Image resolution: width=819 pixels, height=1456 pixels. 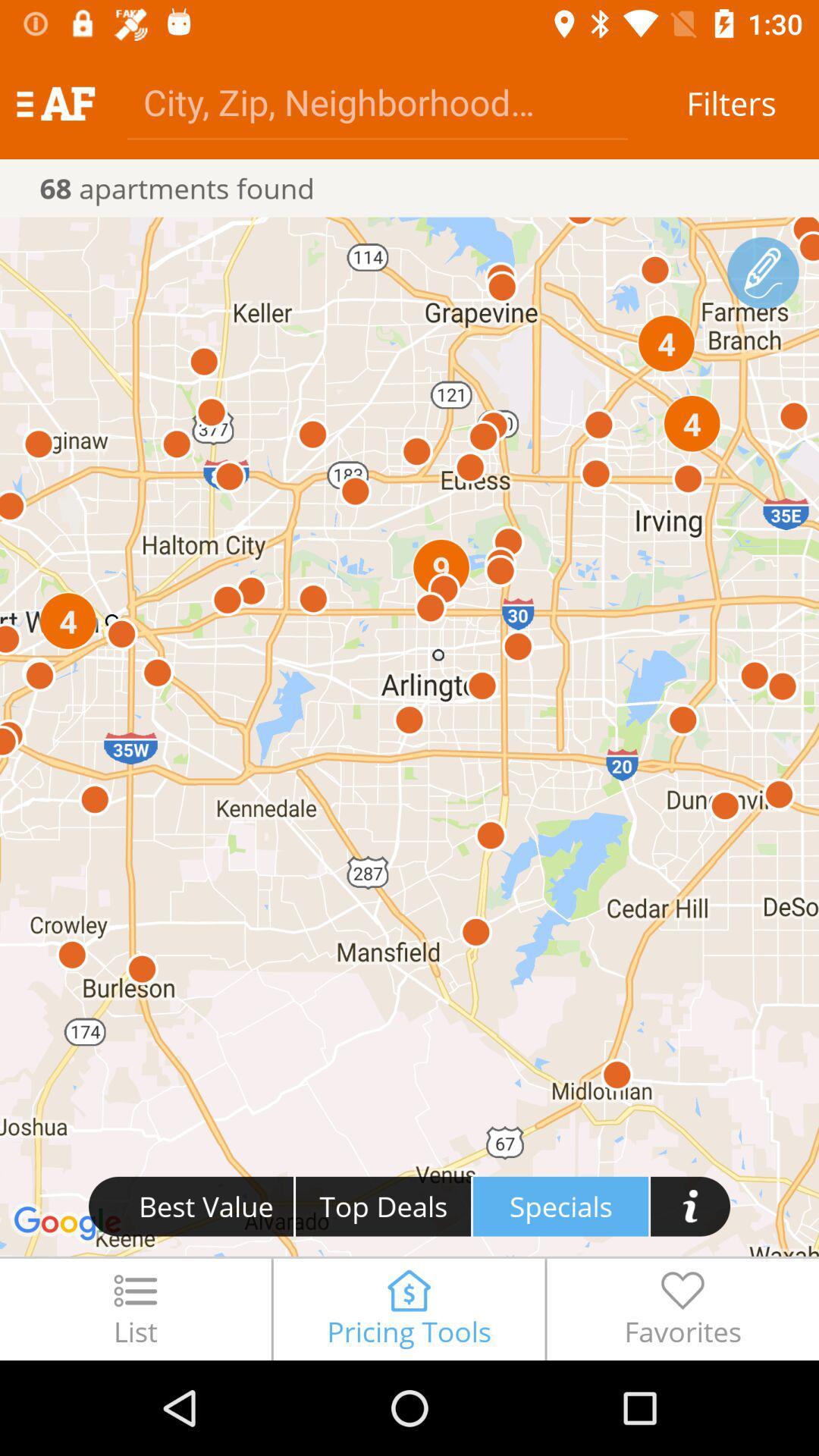 What do you see at coordinates (560, 1206) in the screenshot?
I see `specials icon` at bounding box center [560, 1206].